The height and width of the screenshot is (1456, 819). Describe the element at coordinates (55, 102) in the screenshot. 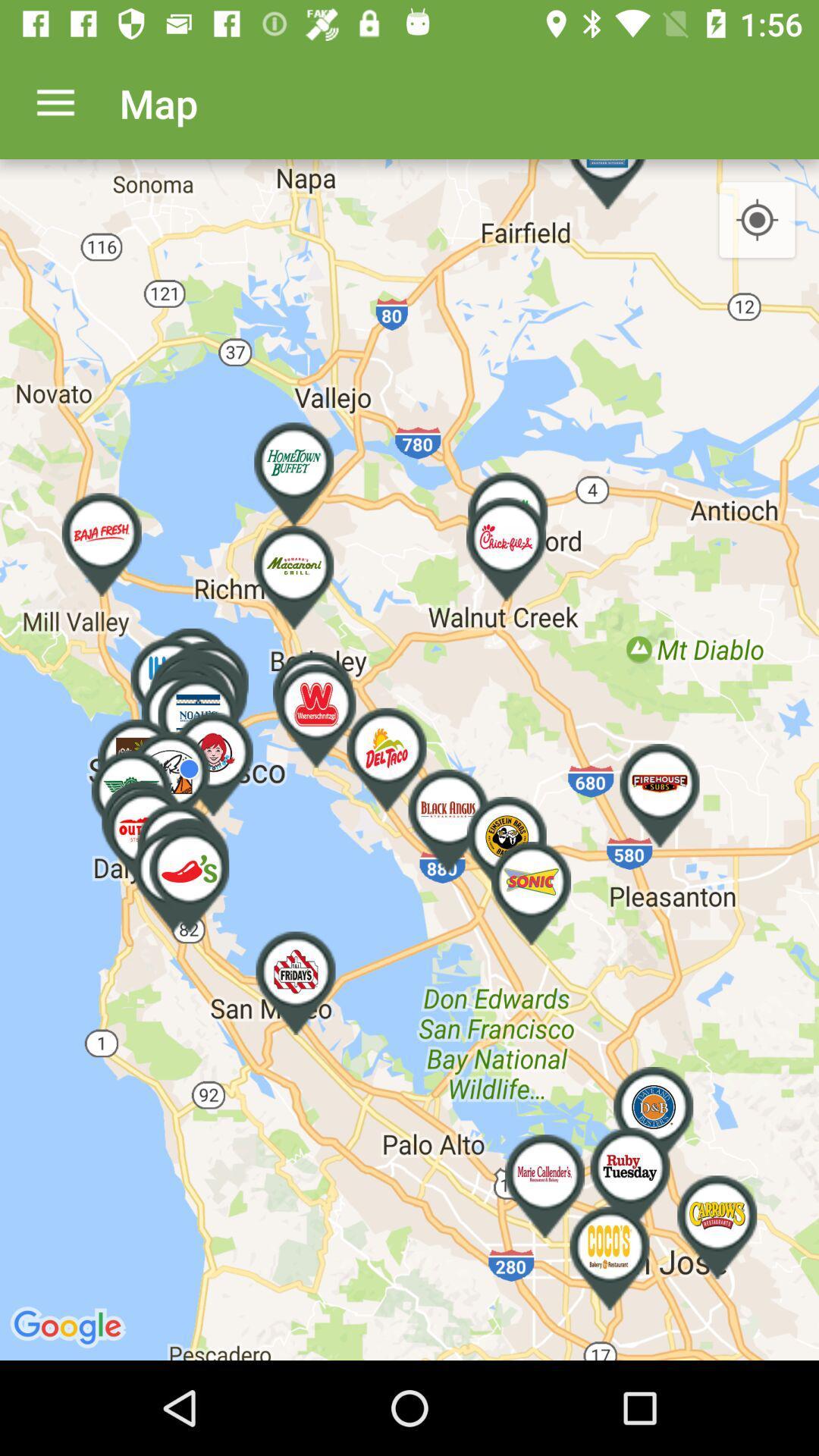

I see `item next to map` at that location.